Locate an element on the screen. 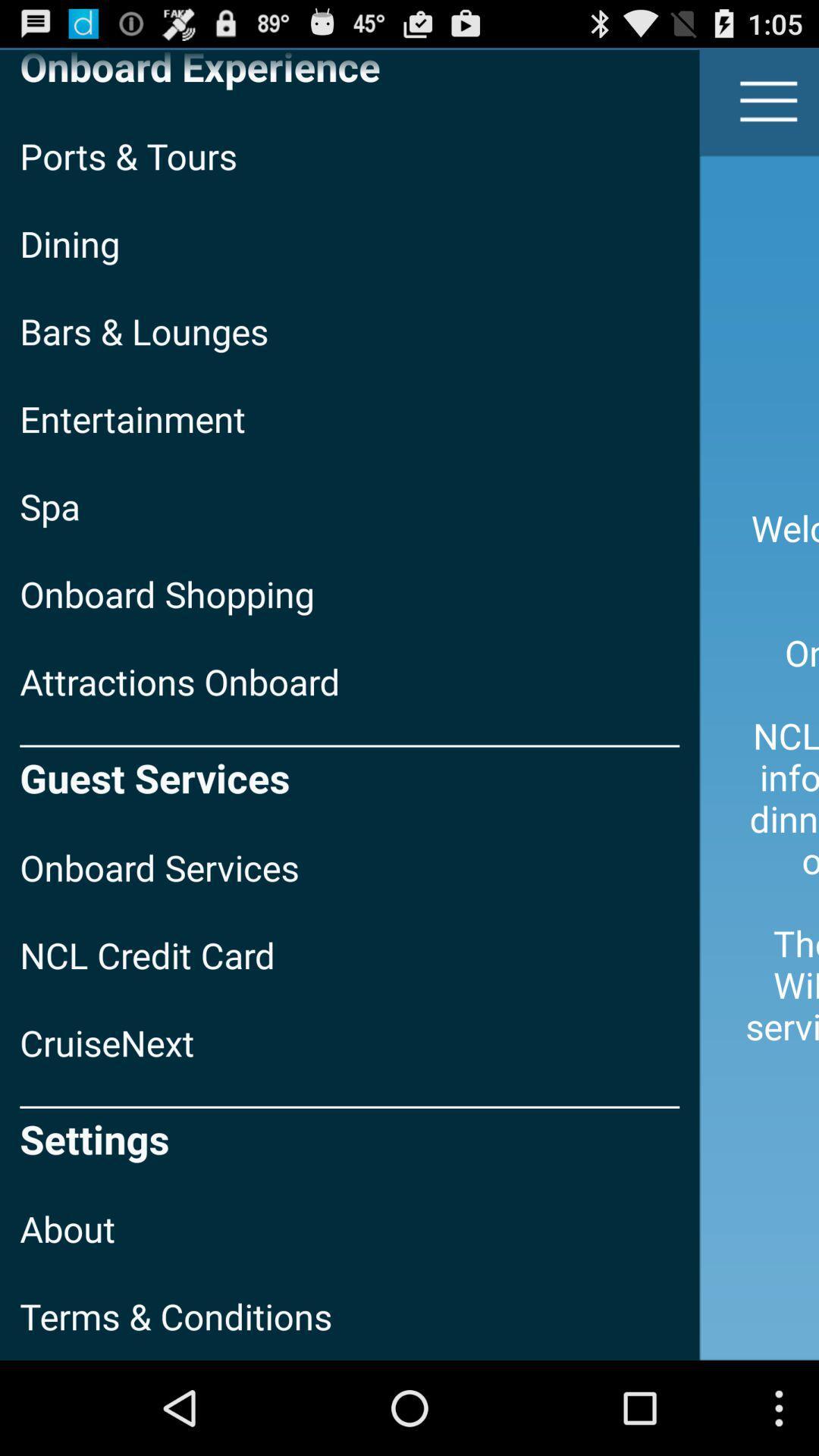 The height and width of the screenshot is (1456, 819). app above the welcome to the item is located at coordinates (769, 100).